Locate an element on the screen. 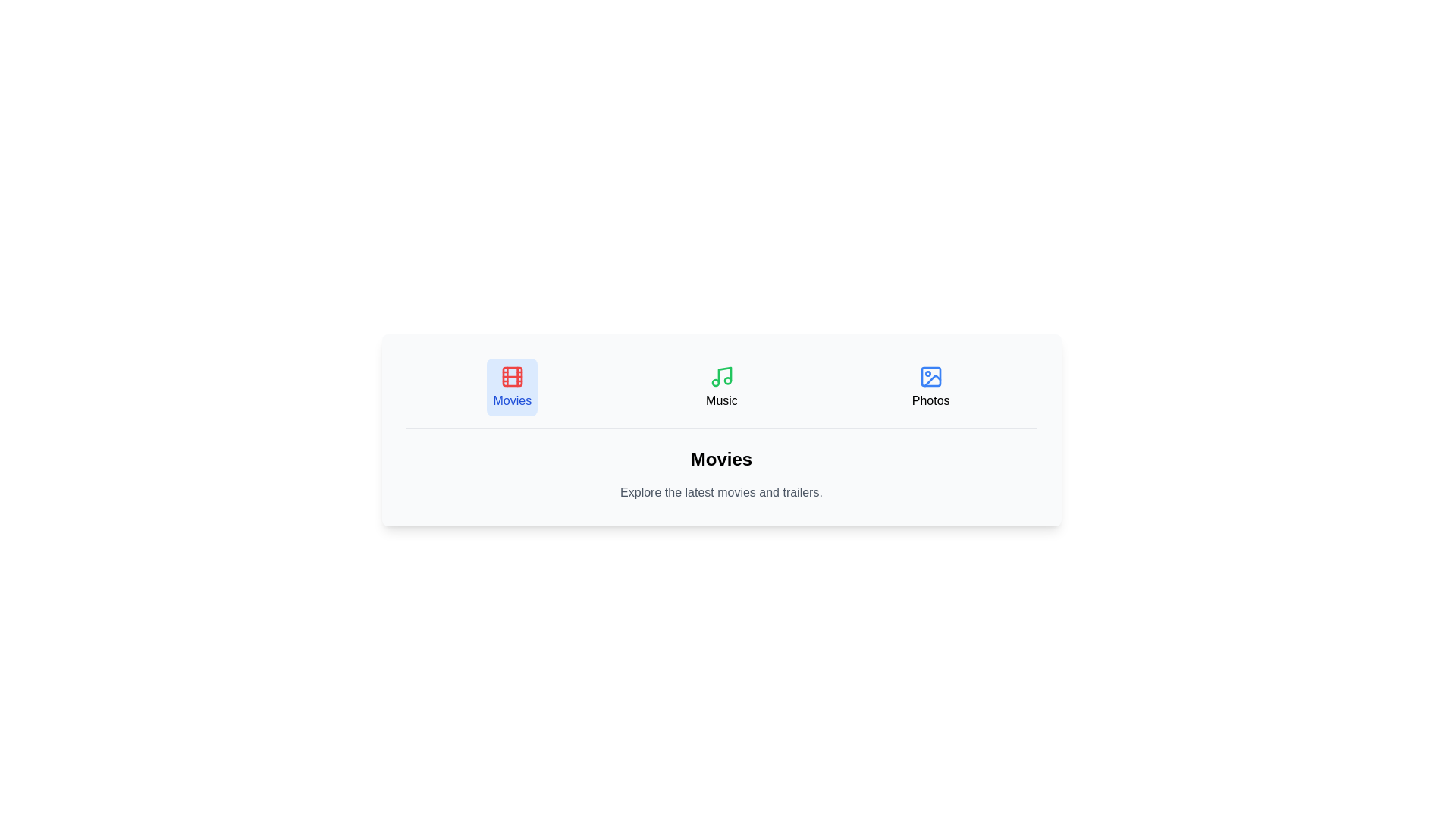  the tab labeled Movies to switch the content is located at coordinates (512, 386).